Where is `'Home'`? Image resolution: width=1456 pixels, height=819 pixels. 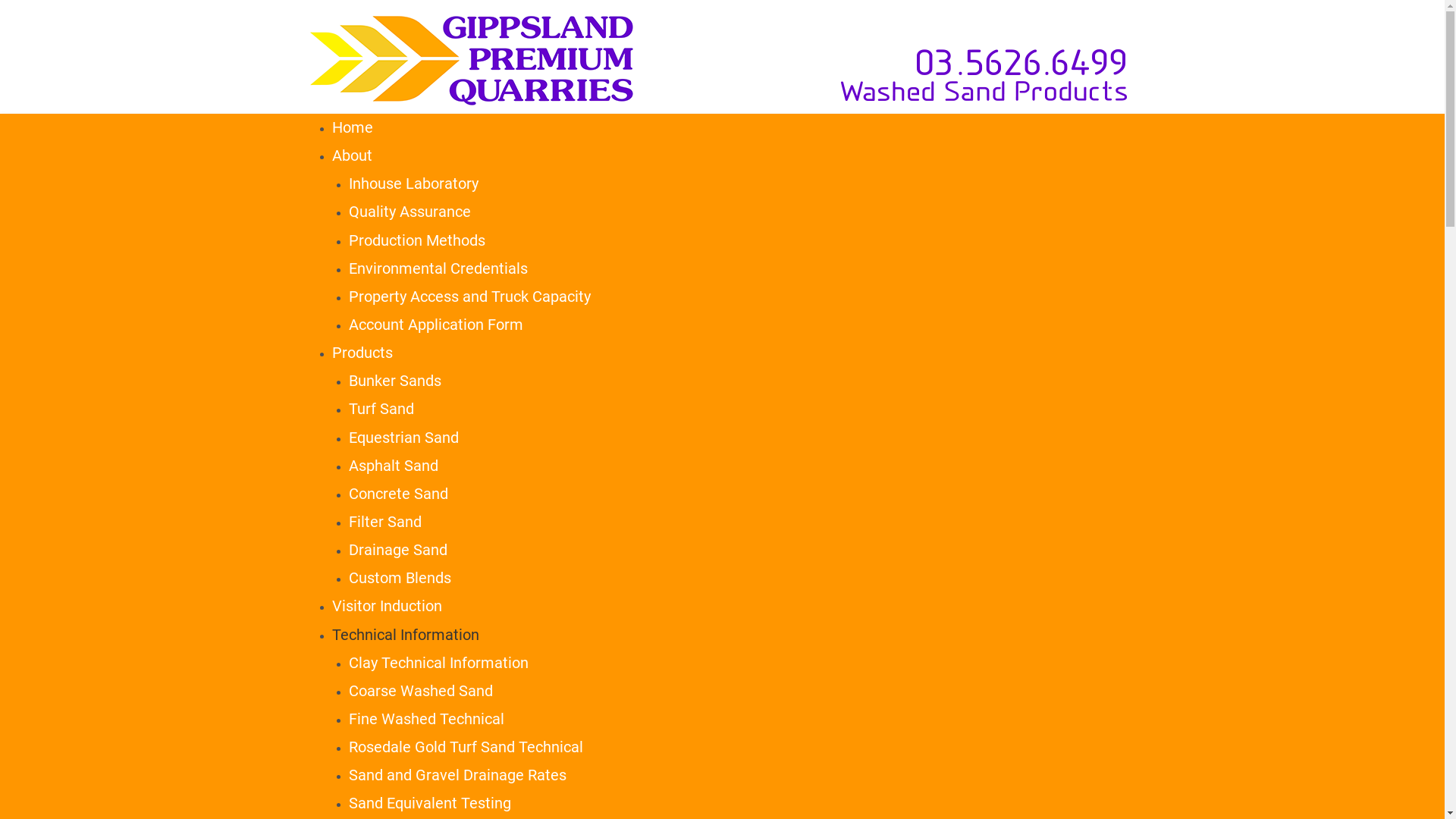 'Home' is located at coordinates (331, 127).